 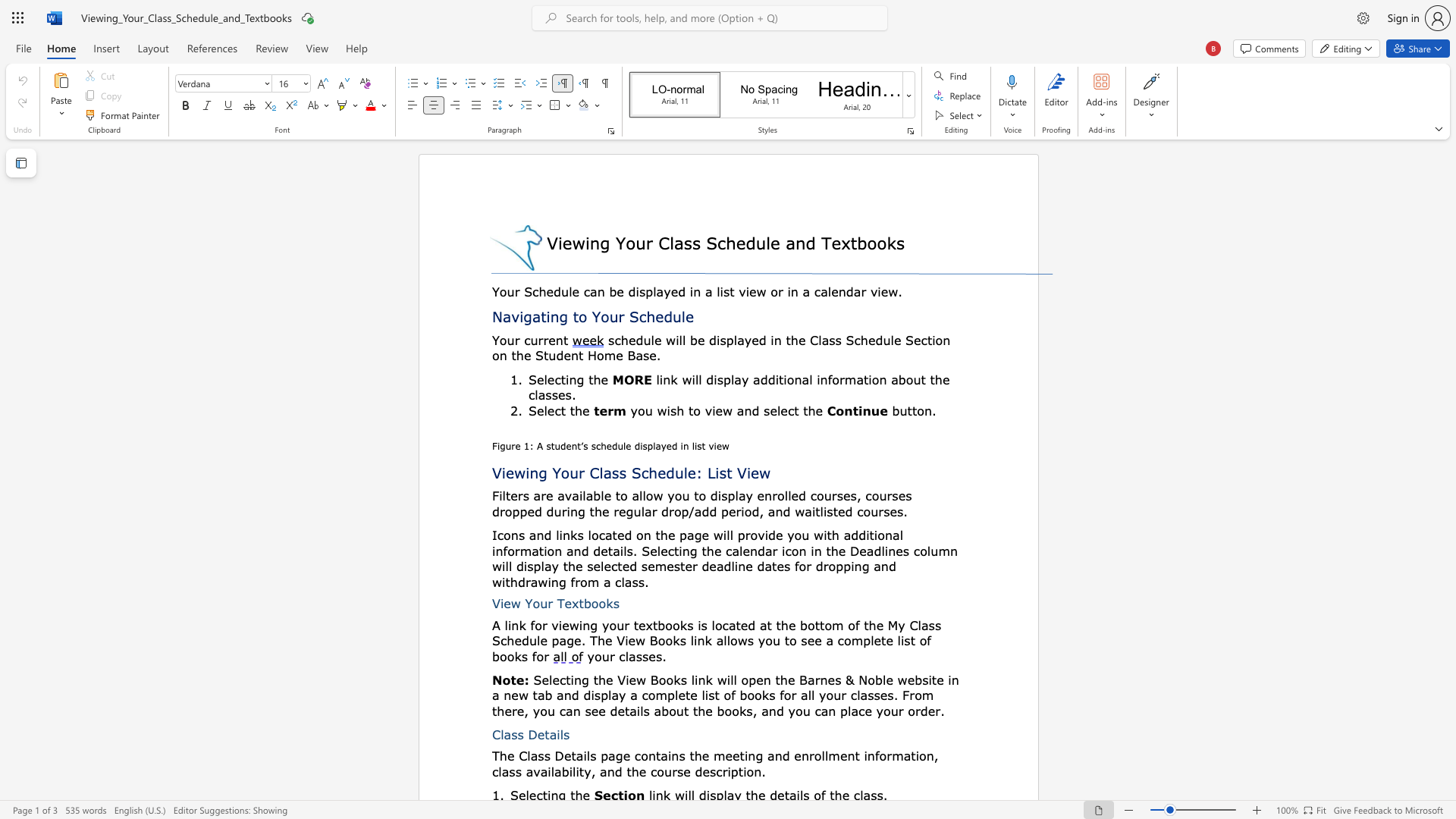 What do you see at coordinates (507, 755) in the screenshot?
I see `the subset text "e Cl" within the text "The Class Details page"` at bounding box center [507, 755].